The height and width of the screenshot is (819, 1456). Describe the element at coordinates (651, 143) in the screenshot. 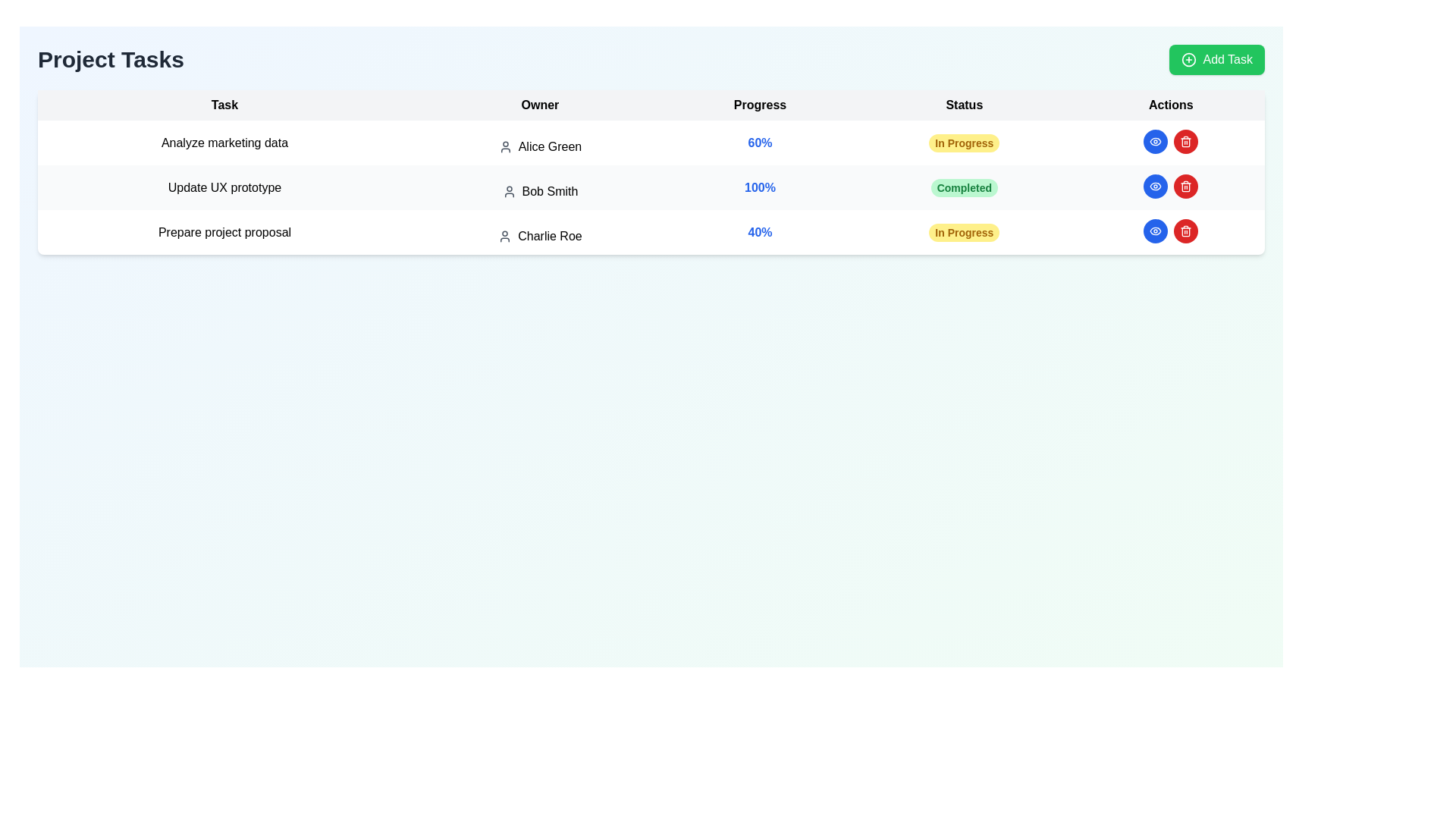

I see `task details from the first row in the 'Project Tasks' table, which includes information about the task, its owner, progress, and status` at that location.